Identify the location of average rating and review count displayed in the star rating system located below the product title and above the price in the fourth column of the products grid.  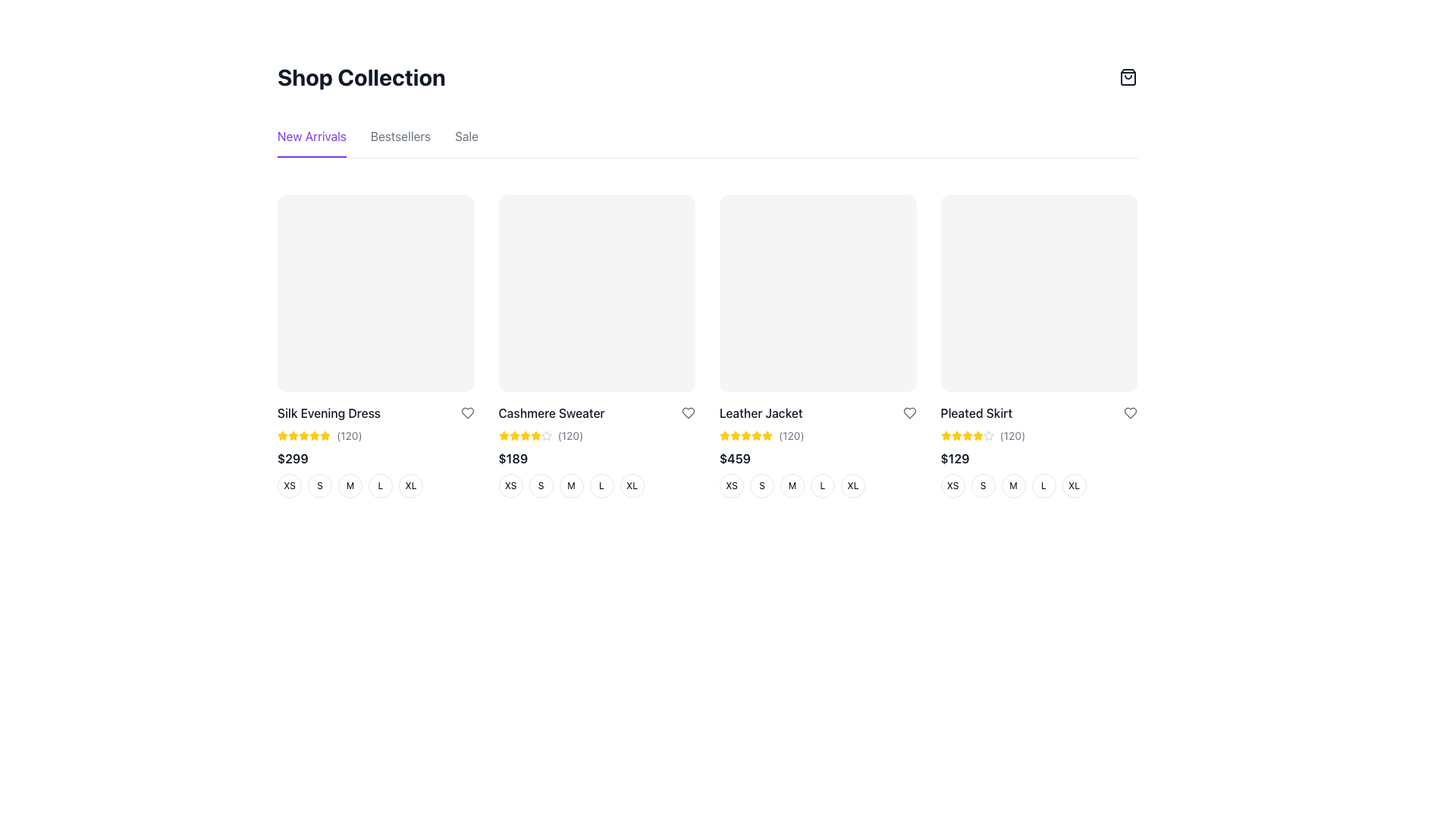
(1038, 435).